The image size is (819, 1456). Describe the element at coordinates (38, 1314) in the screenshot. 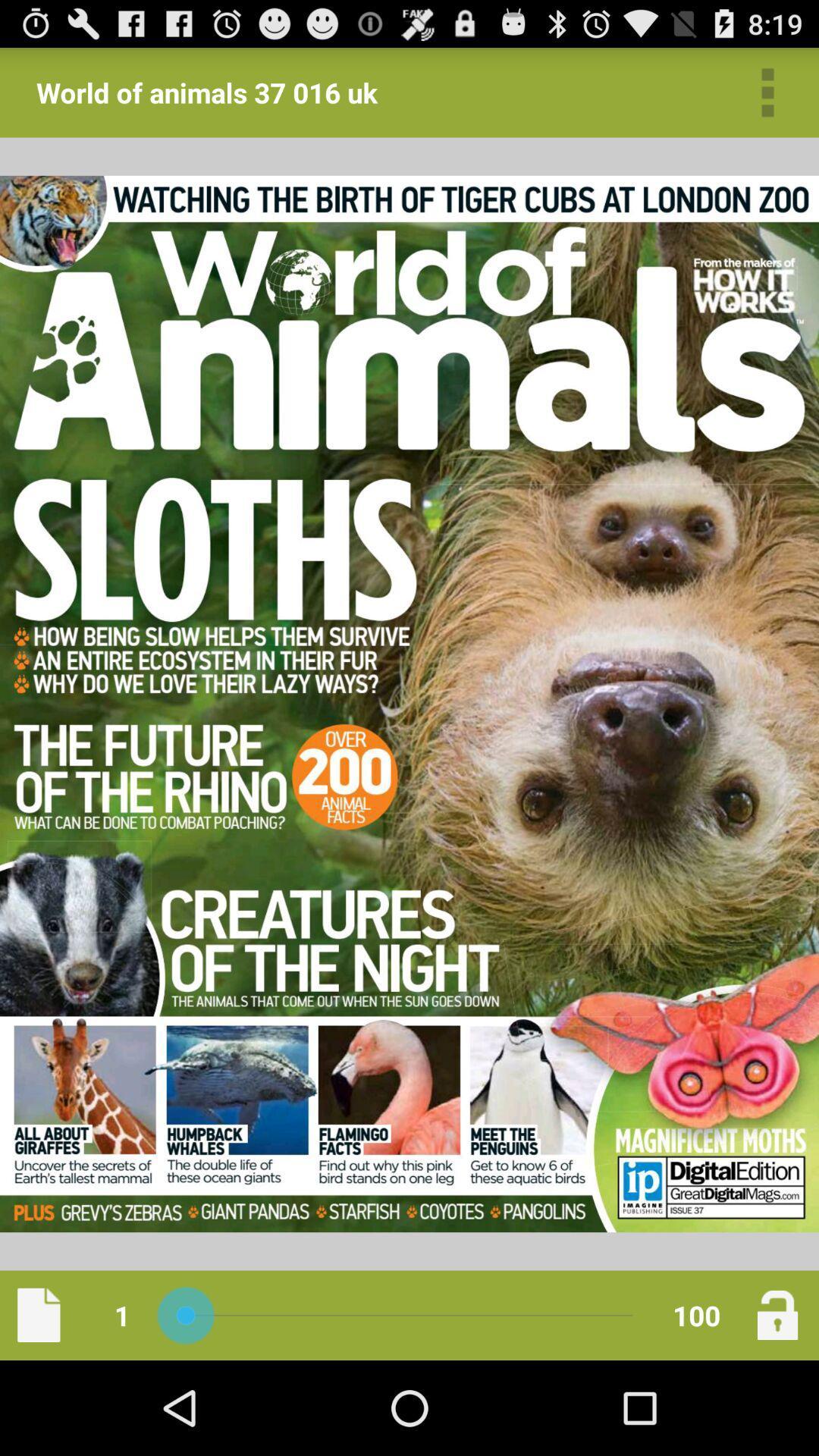

I see `new page` at that location.